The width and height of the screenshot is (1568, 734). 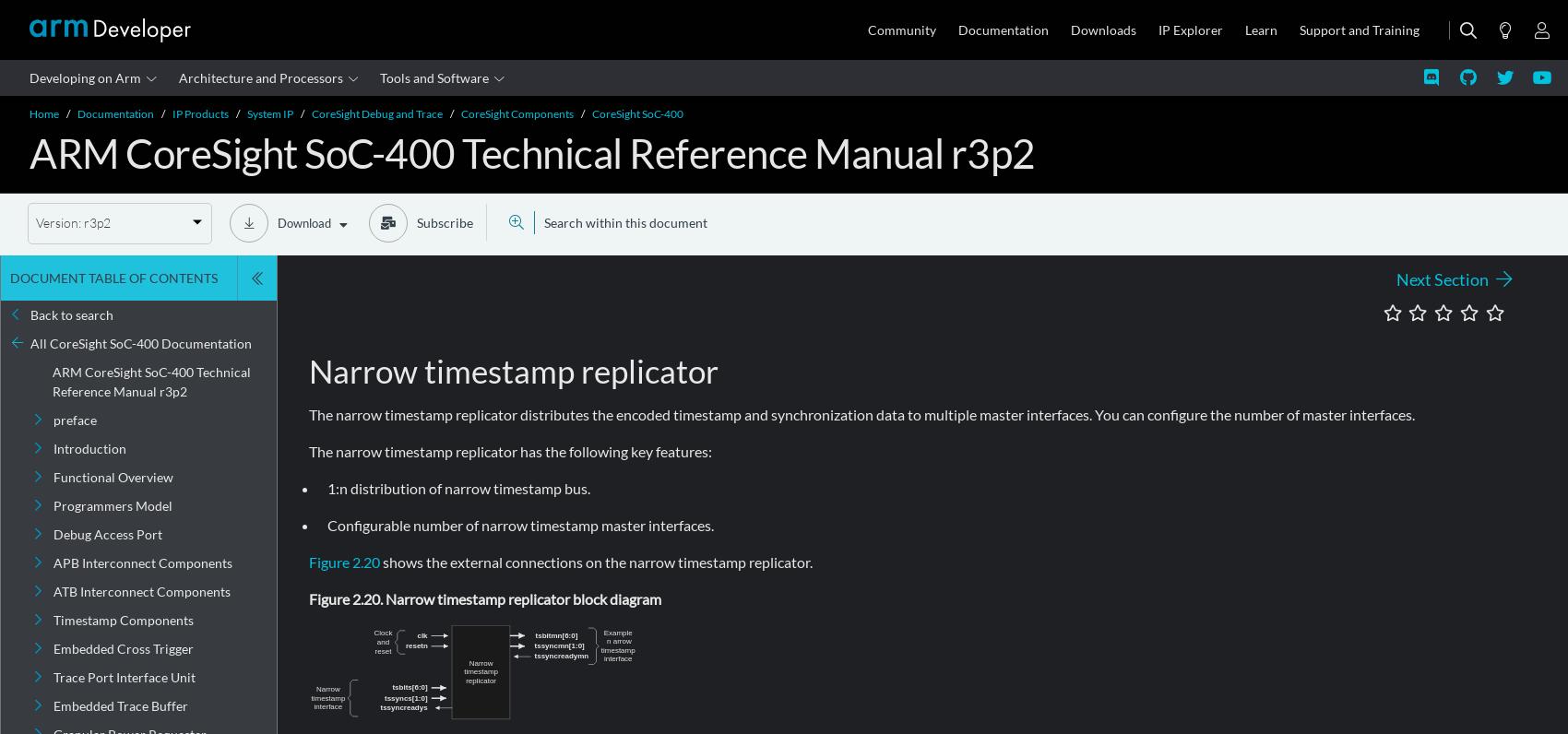 What do you see at coordinates (512, 369) in the screenshot?
I see `'Narrow timestamp replicator'` at bounding box center [512, 369].